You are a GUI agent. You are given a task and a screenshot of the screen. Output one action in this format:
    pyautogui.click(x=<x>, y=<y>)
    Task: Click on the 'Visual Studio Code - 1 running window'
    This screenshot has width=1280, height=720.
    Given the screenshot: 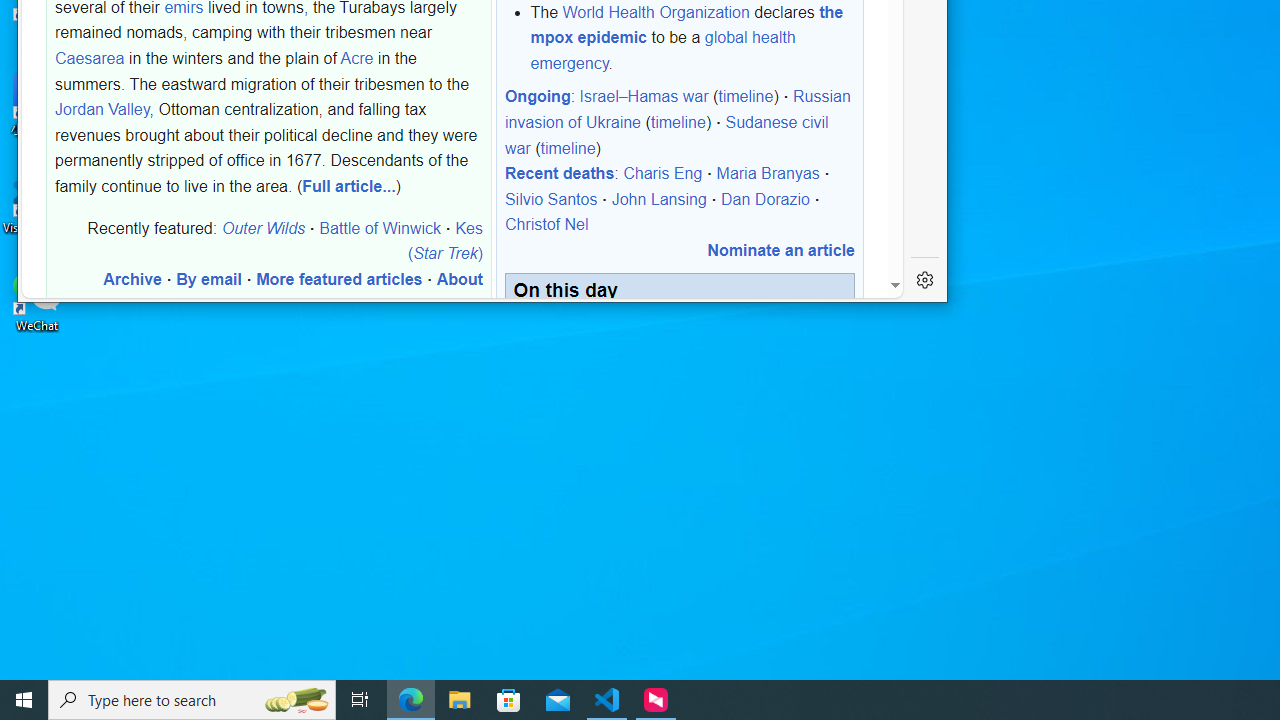 What is the action you would take?
    pyautogui.click(x=606, y=698)
    